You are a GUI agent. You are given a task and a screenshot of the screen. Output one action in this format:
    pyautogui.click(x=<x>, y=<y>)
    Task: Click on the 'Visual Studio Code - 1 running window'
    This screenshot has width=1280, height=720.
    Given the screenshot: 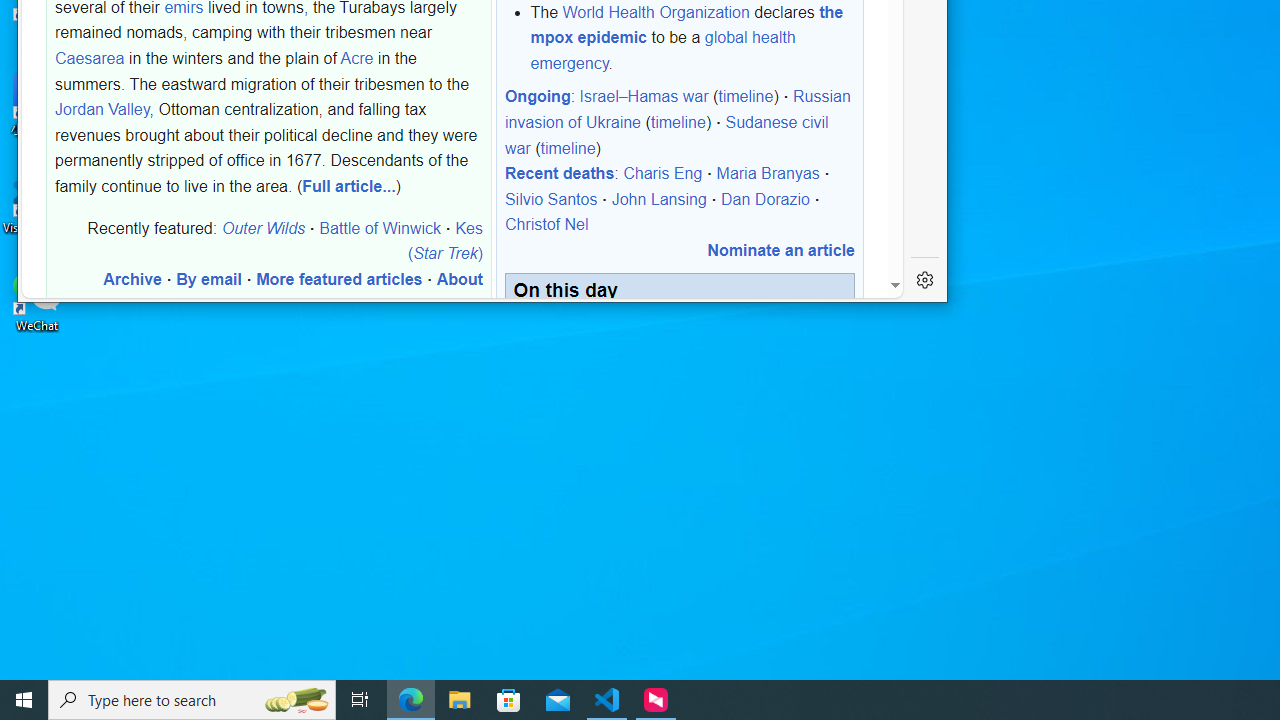 What is the action you would take?
    pyautogui.click(x=606, y=698)
    